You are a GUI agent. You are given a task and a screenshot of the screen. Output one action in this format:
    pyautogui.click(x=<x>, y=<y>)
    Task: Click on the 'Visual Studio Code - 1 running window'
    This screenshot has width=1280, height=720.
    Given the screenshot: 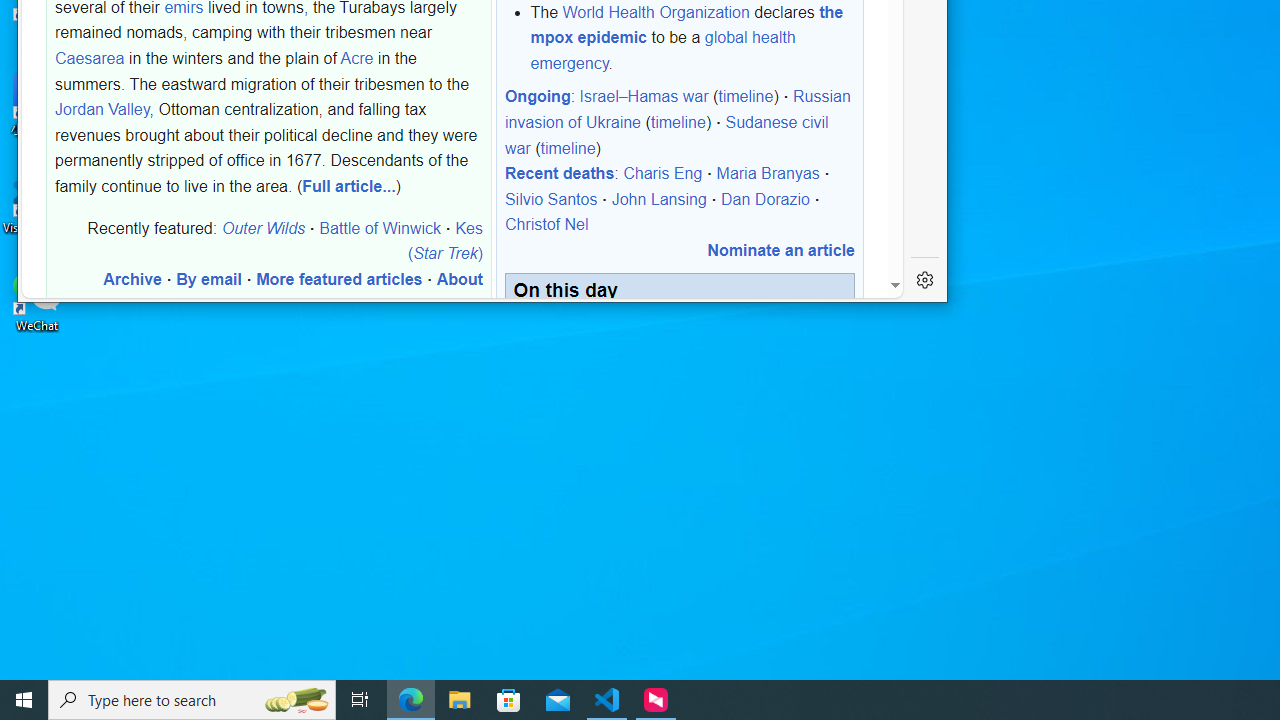 What is the action you would take?
    pyautogui.click(x=606, y=698)
    